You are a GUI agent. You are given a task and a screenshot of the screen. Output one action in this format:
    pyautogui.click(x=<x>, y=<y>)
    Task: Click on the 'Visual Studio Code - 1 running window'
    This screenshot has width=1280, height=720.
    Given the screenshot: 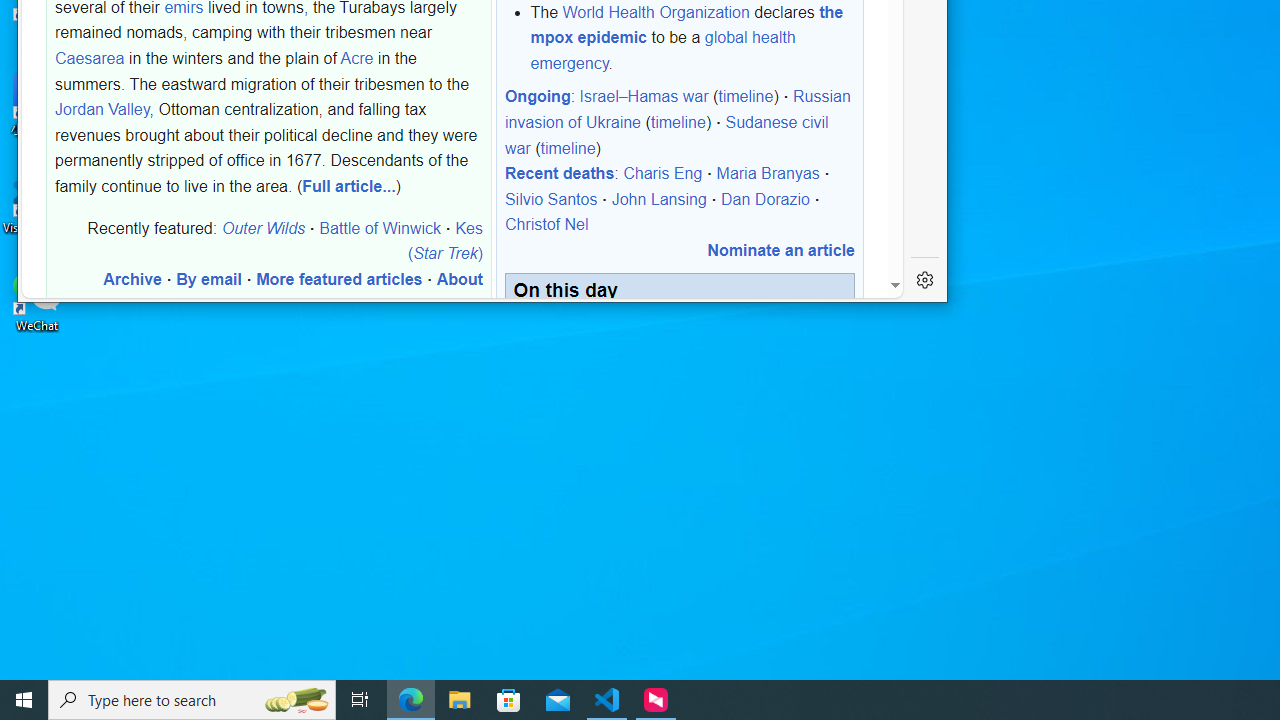 What is the action you would take?
    pyautogui.click(x=606, y=698)
    